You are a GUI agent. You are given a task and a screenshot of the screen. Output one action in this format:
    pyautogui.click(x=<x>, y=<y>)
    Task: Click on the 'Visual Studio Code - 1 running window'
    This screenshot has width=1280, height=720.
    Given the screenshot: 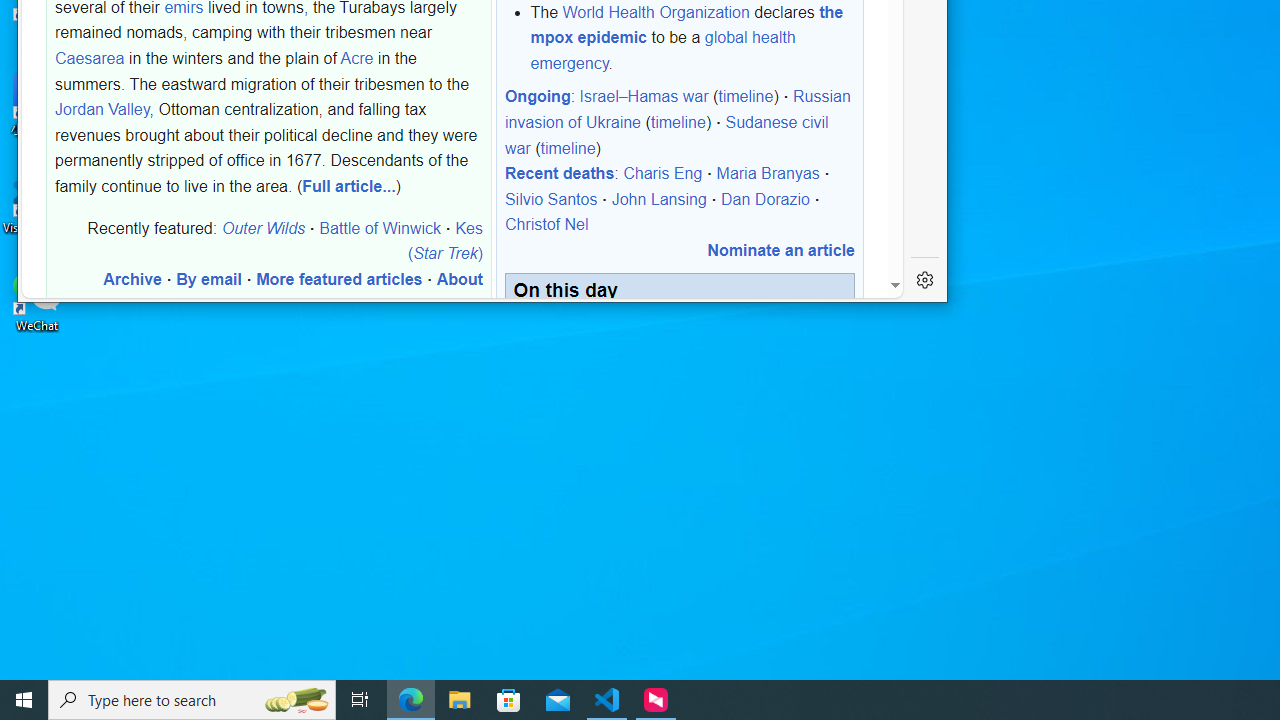 What is the action you would take?
    pyautogui.click(x=606, y=698)
    